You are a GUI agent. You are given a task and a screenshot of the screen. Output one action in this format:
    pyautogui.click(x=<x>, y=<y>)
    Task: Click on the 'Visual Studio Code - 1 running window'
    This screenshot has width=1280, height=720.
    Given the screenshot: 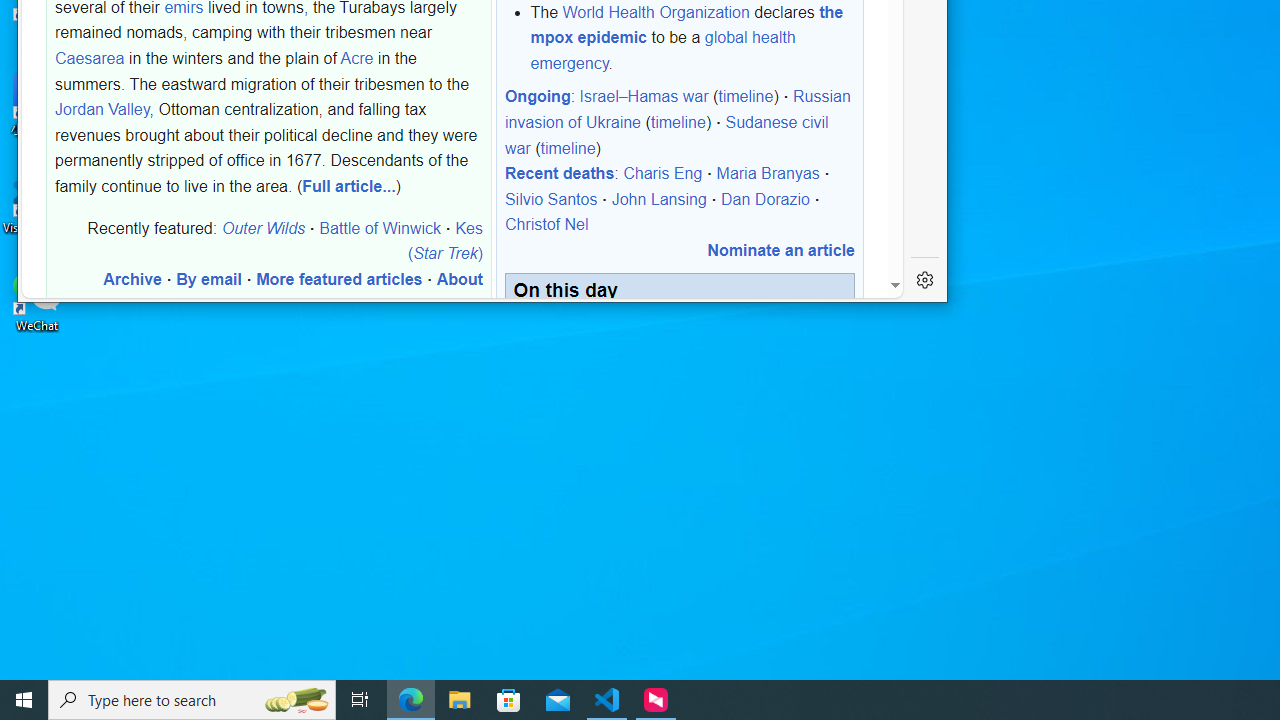 What is the action you would take?
    pyautogui.click(x=606, y=698)
    